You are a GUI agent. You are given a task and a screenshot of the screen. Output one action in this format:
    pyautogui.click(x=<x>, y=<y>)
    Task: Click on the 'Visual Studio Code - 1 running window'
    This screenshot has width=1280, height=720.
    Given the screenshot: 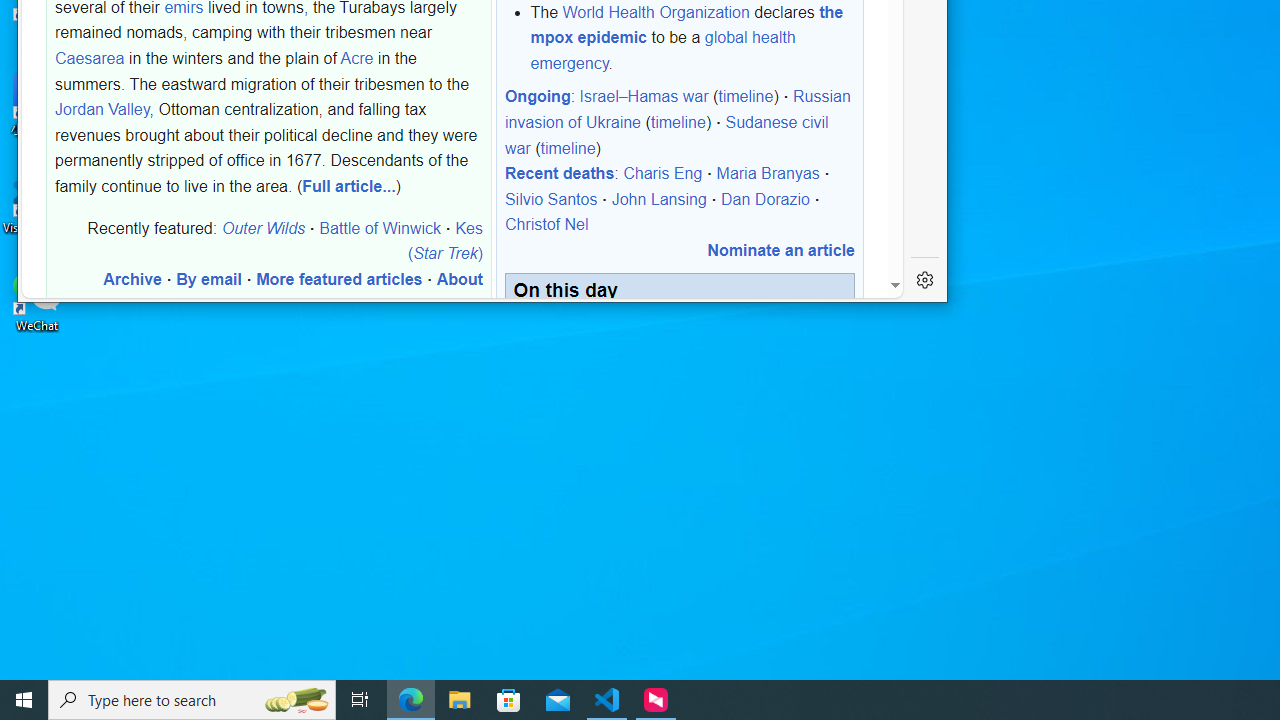 What is the action you would take?
    pyautogui.click(x=606, y=698)
    